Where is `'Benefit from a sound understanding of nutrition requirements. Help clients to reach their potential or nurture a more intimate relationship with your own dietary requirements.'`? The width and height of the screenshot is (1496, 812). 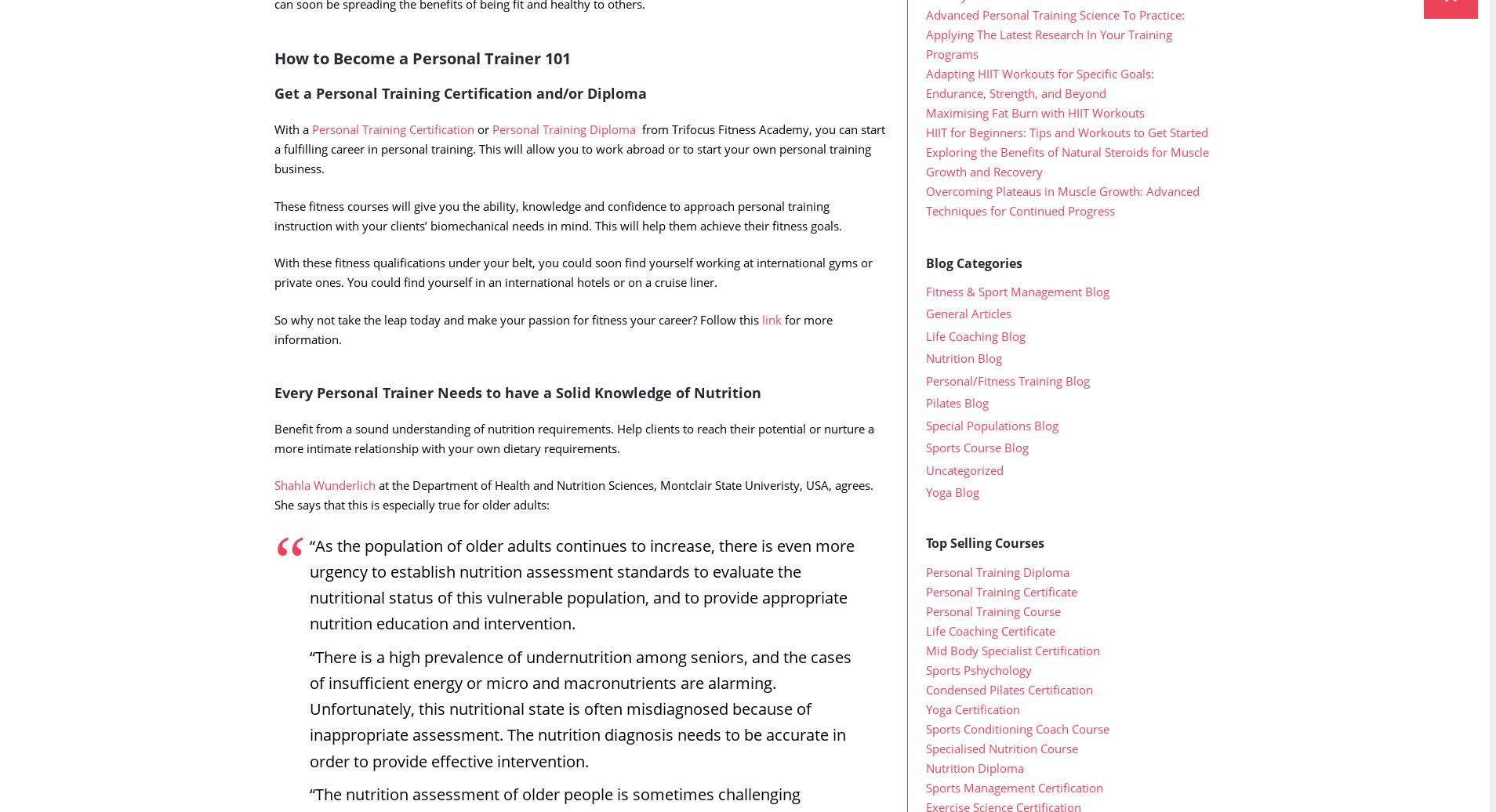 'Benefit from a sound understanding of nutrition requirements. Help clients to reach their potential or nurture a more intimate relationship with your own dietary requirements.' is located at coordinates (574, 469).